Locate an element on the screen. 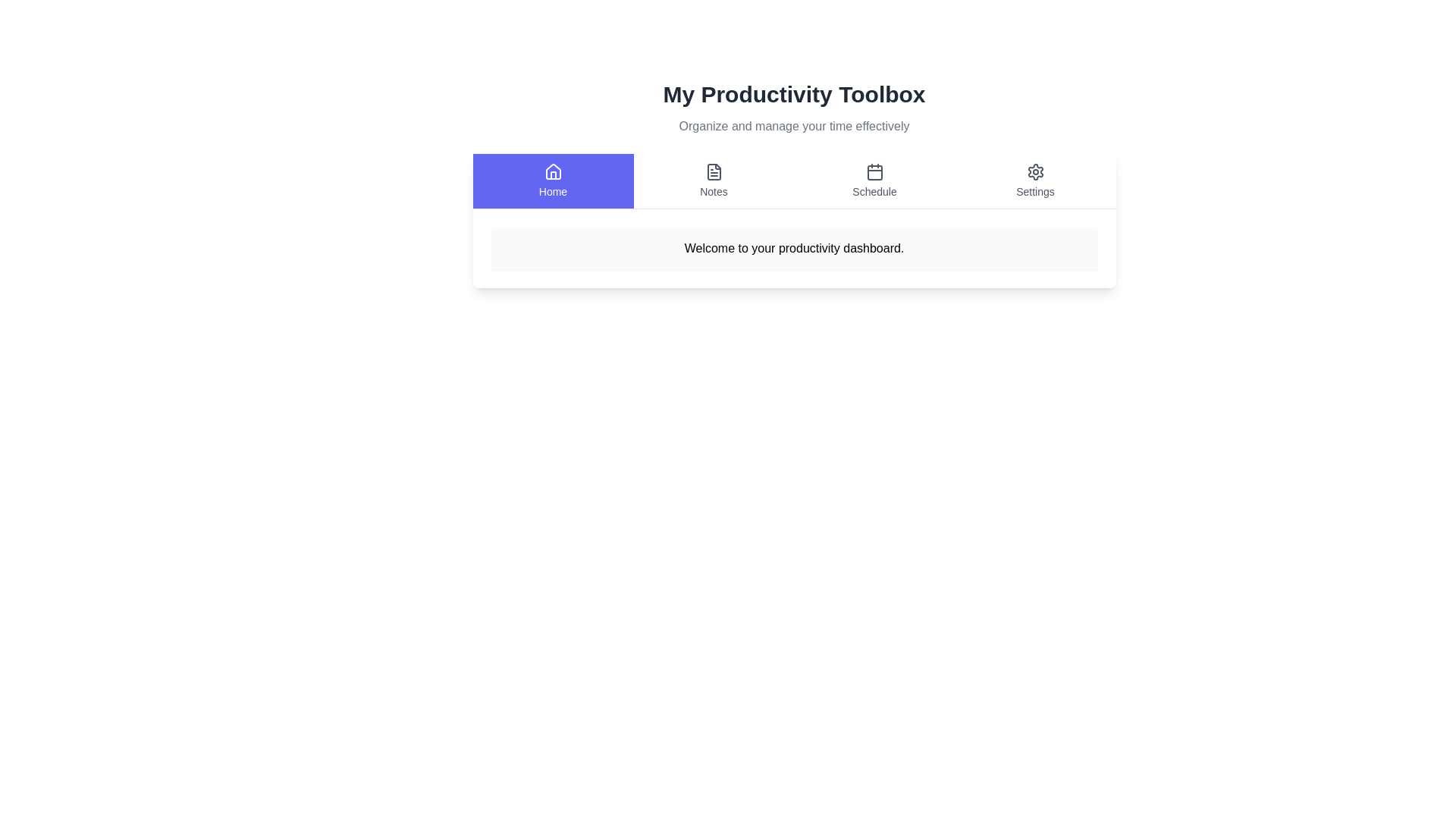 The width and height of the screenshot is (1456, 819). welcoming message from the informational box located centrally below the header section of the interface is located at coordinates (793, 247).